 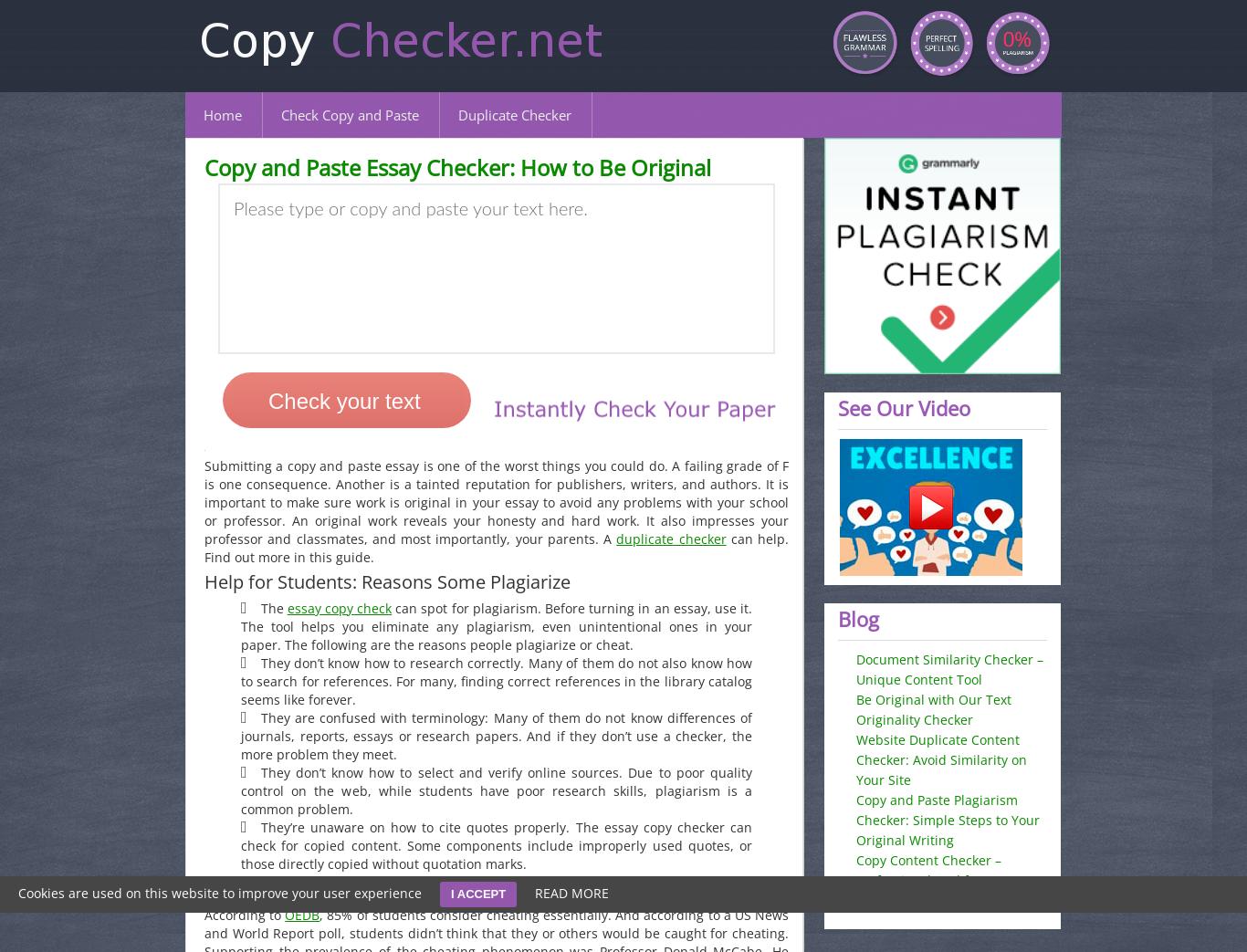 What do you see at coordinates (904, 408) in the screenshot?
I see `'See Our Video'` at bounding box center [904, 408].